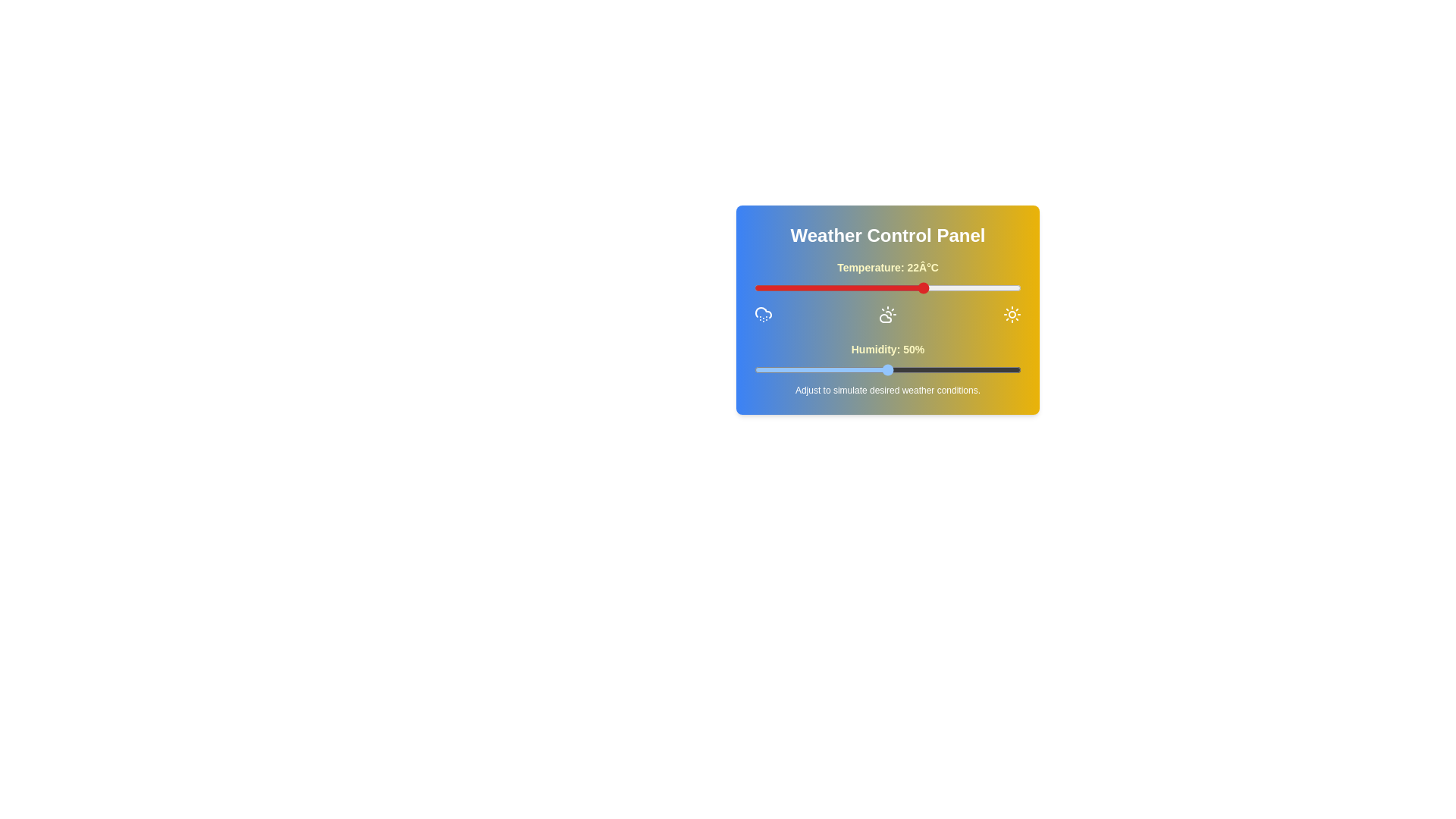 This screenshot has width=1456, height=819. What do you see at coordinates (999, 370) in the screenshot?
I see `humidity` at bounding box center [999, 370].